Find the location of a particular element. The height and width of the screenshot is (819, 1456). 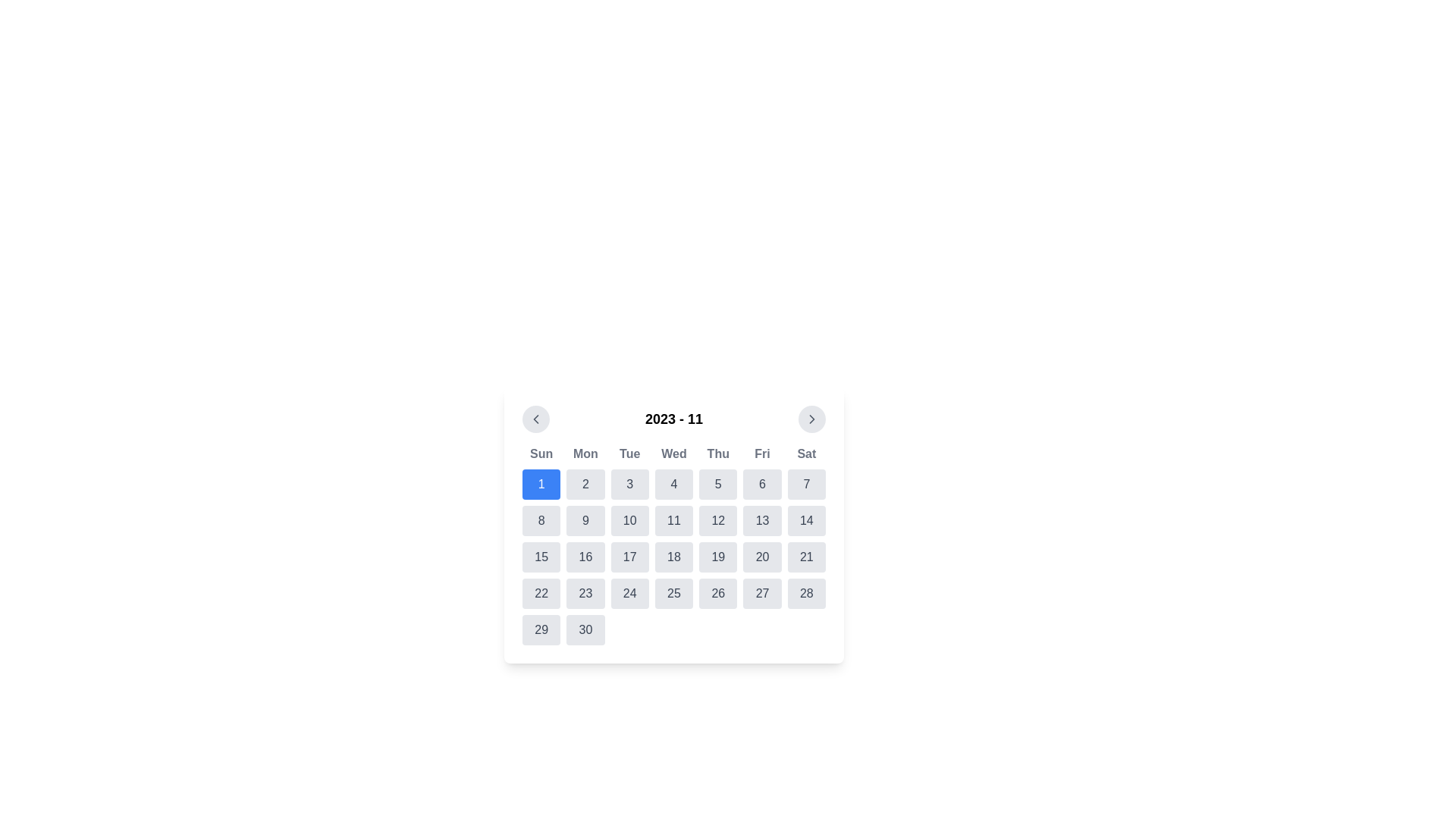

the button labeled '8' with a light gray background in the calendar grid is located at coordinates (541, 519).